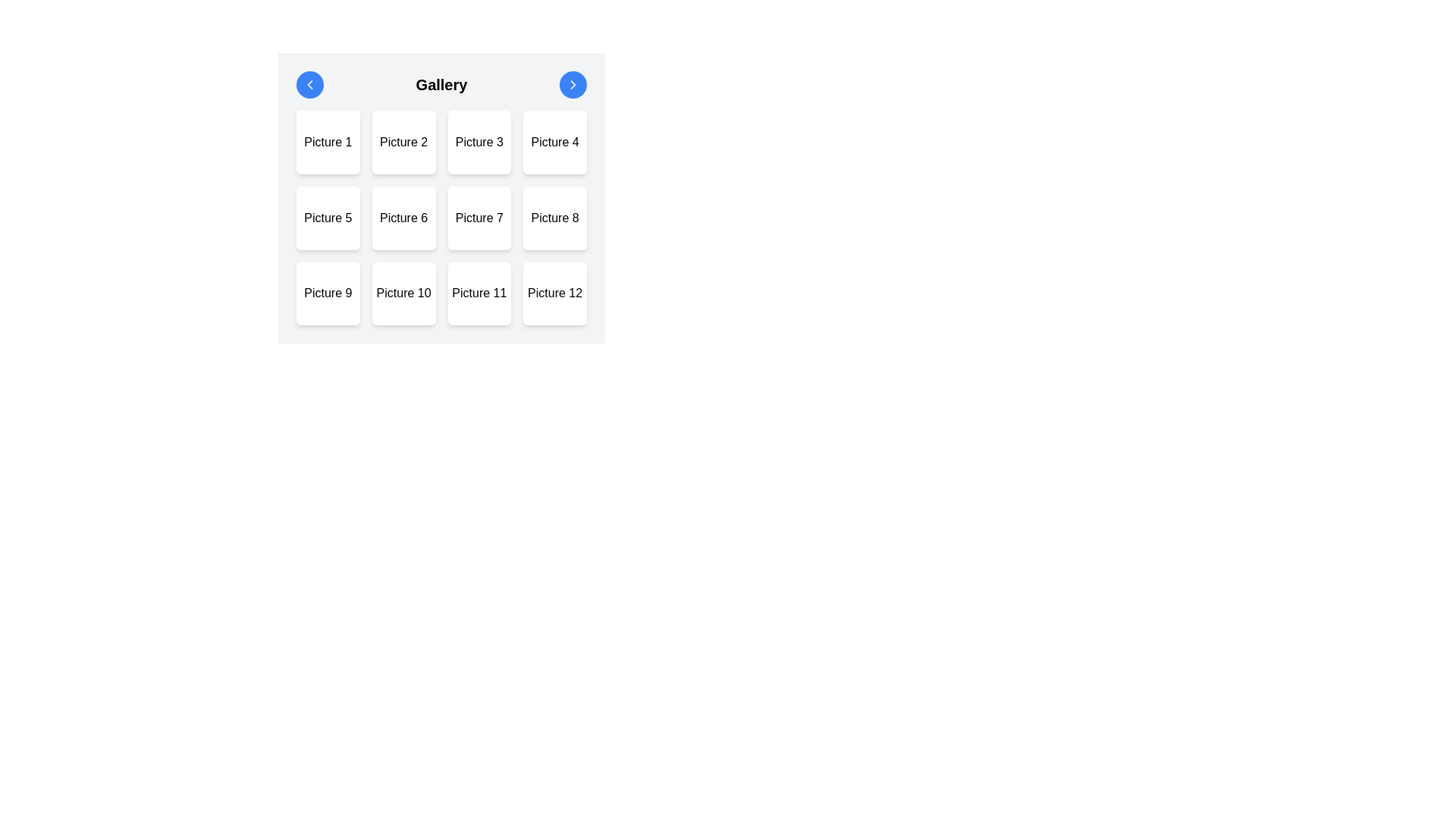 This screenshot has width=1456, height=819. Describe the element at coordinates (403, 142) in the screenshot. I see `the button labeled 'Picture 2' in the grid` at that location.